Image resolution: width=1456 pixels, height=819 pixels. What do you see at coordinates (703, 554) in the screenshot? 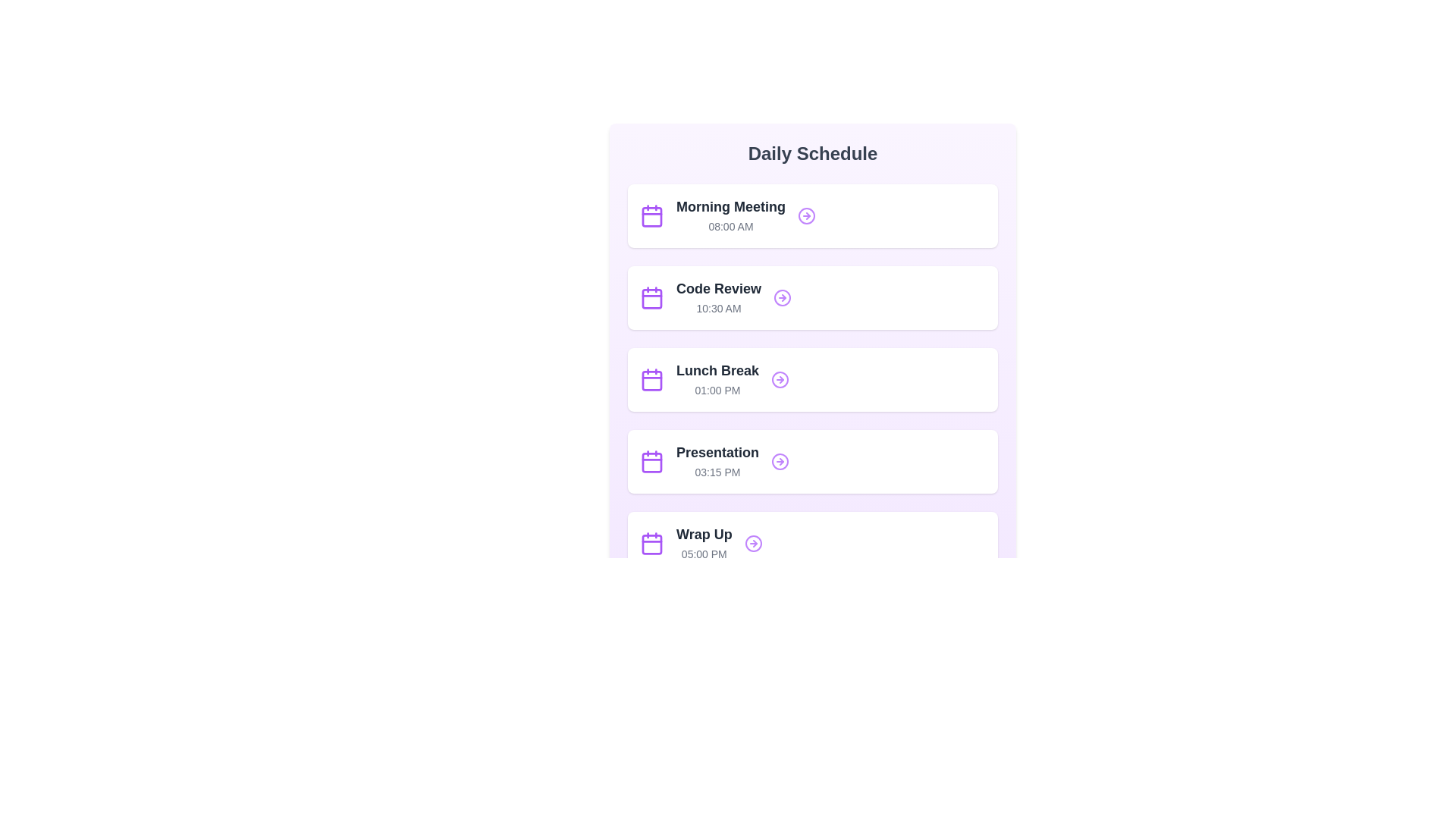
I see `the Text Label displaying the scheduled time for the event 'Wrap Up', which is positioned beneath the 'Wrap Up' text and inside the last purple-bordered box` at bounding box center [703, 554].